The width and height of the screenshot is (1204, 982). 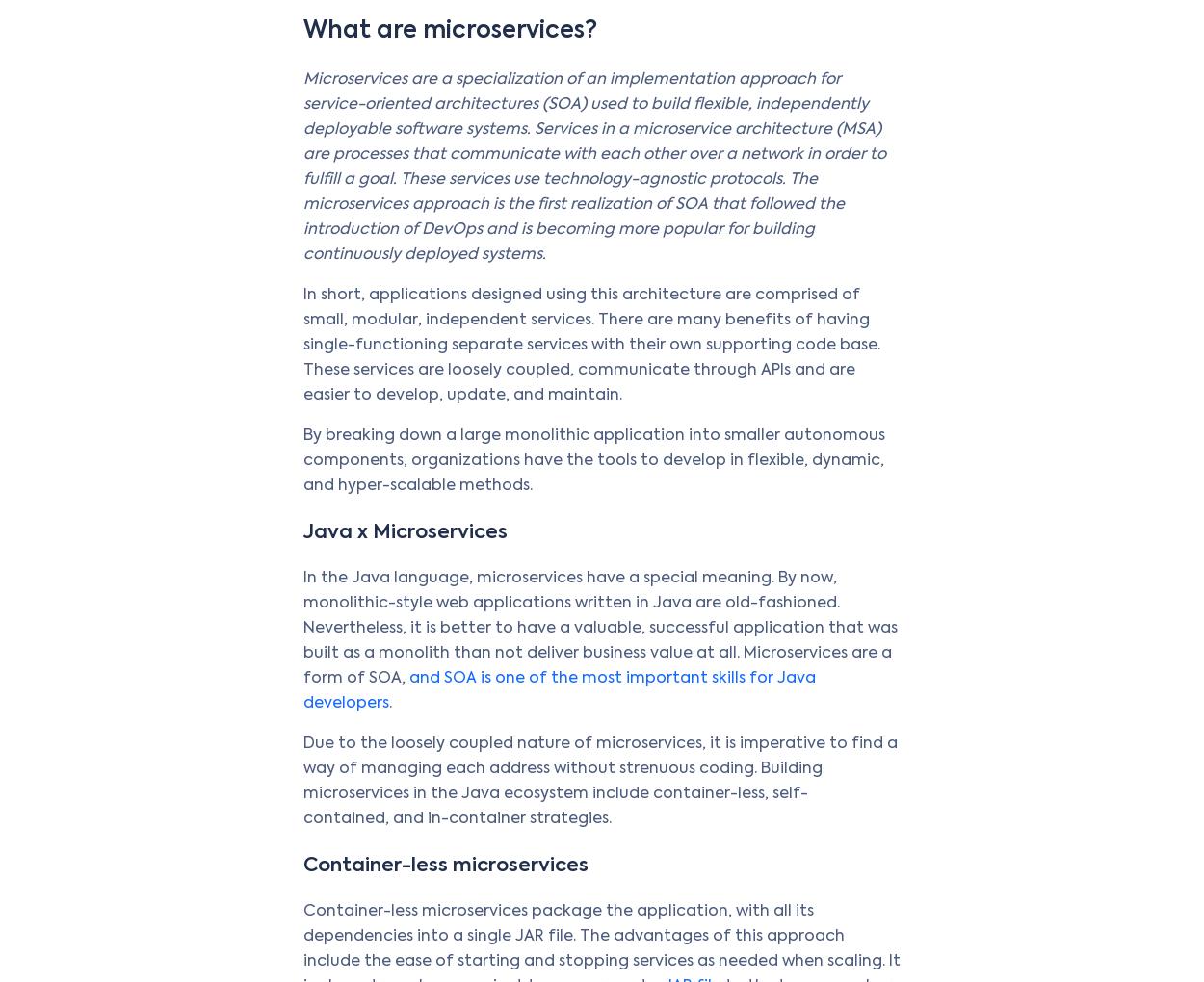 I want to click on 'Media Kit', so click(x=1008, y=655).